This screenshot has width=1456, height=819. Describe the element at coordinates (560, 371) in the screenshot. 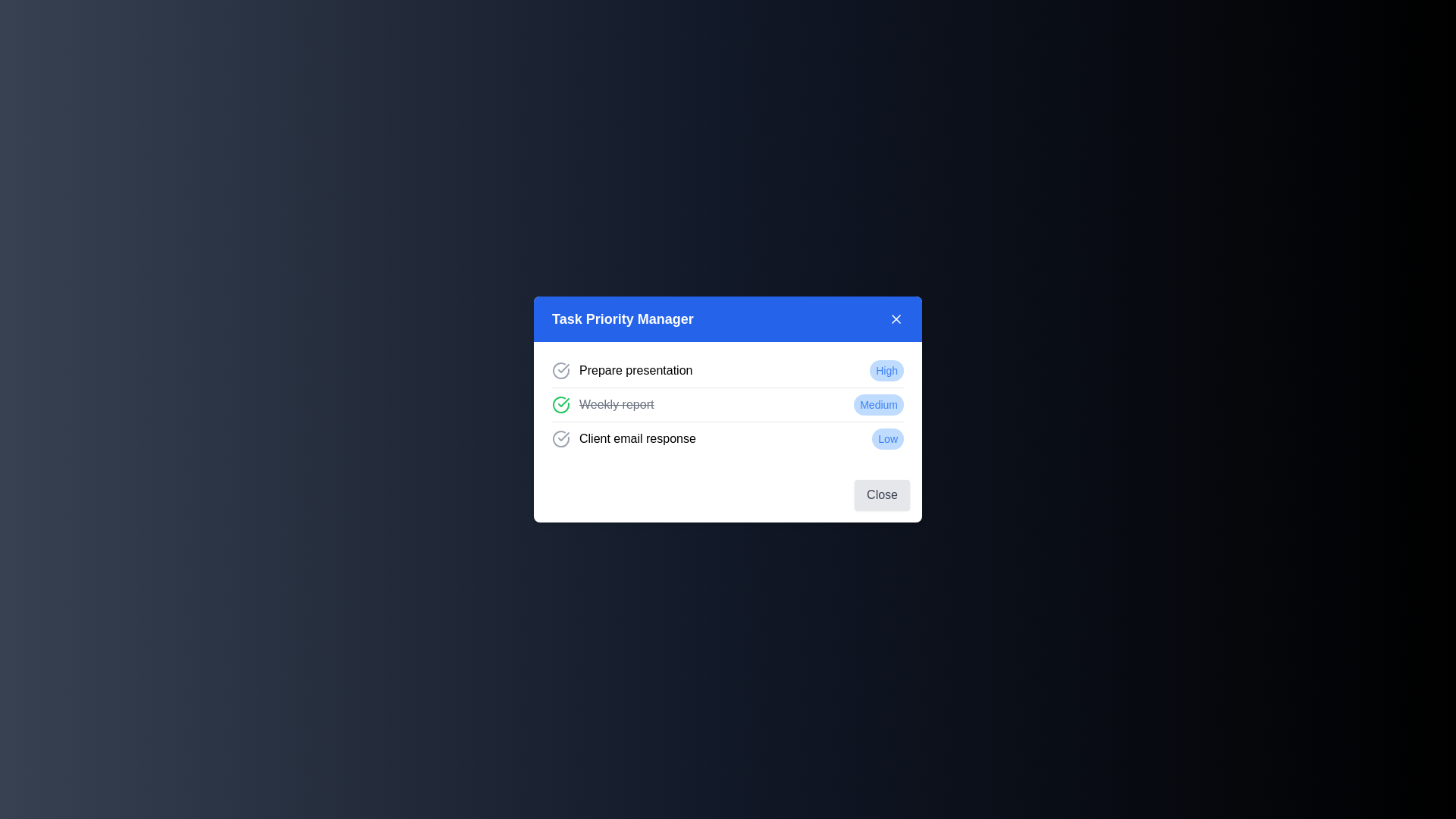

I see `the circular checkmark icon button` at that location.